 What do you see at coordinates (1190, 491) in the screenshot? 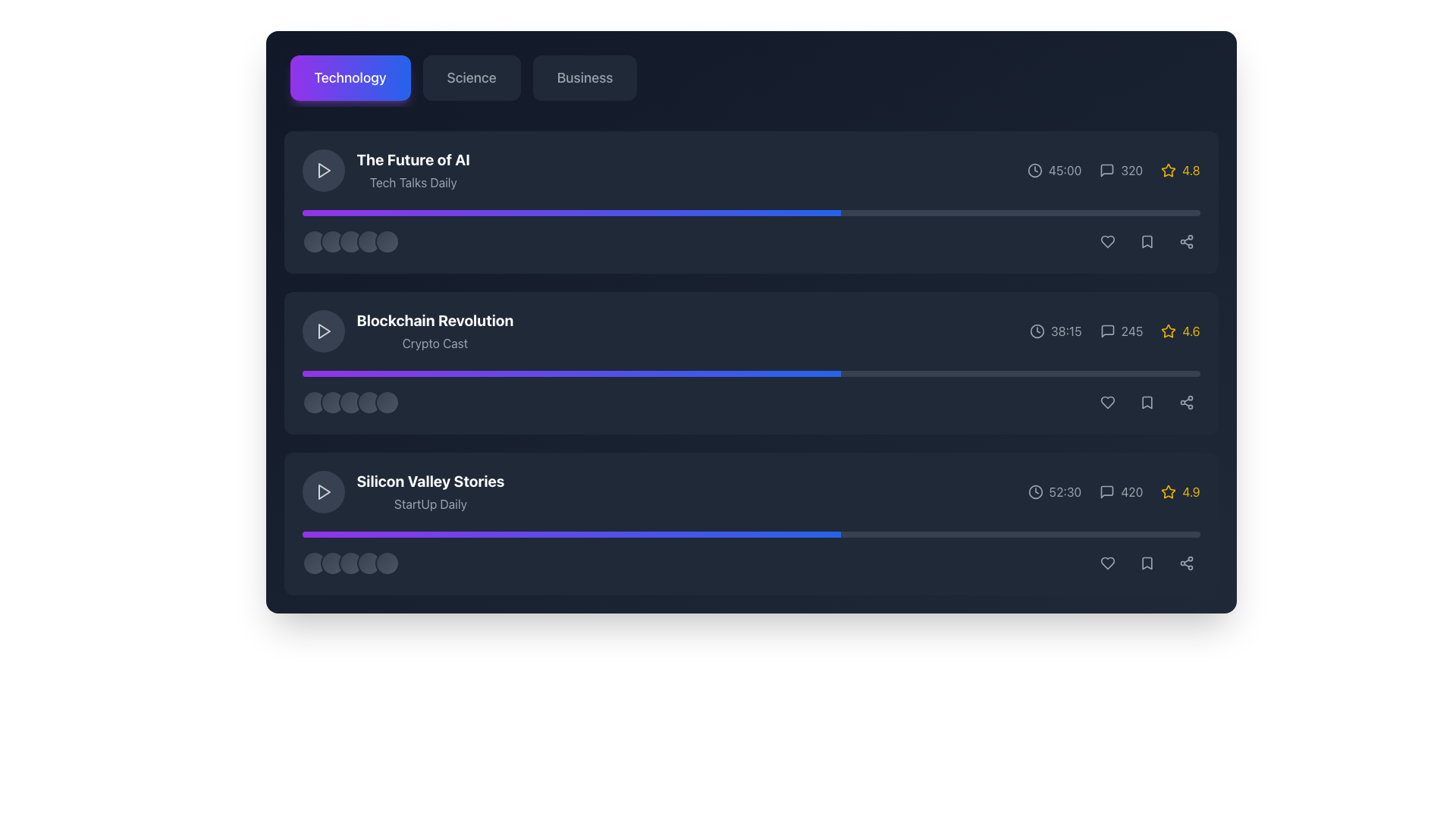
I see `numeric value displayed in bold text, which is '4.9', located towards the bottom right of the interface as part of the rating for 'Silicon Valley Stories'` at bounding box center [1190, 491].